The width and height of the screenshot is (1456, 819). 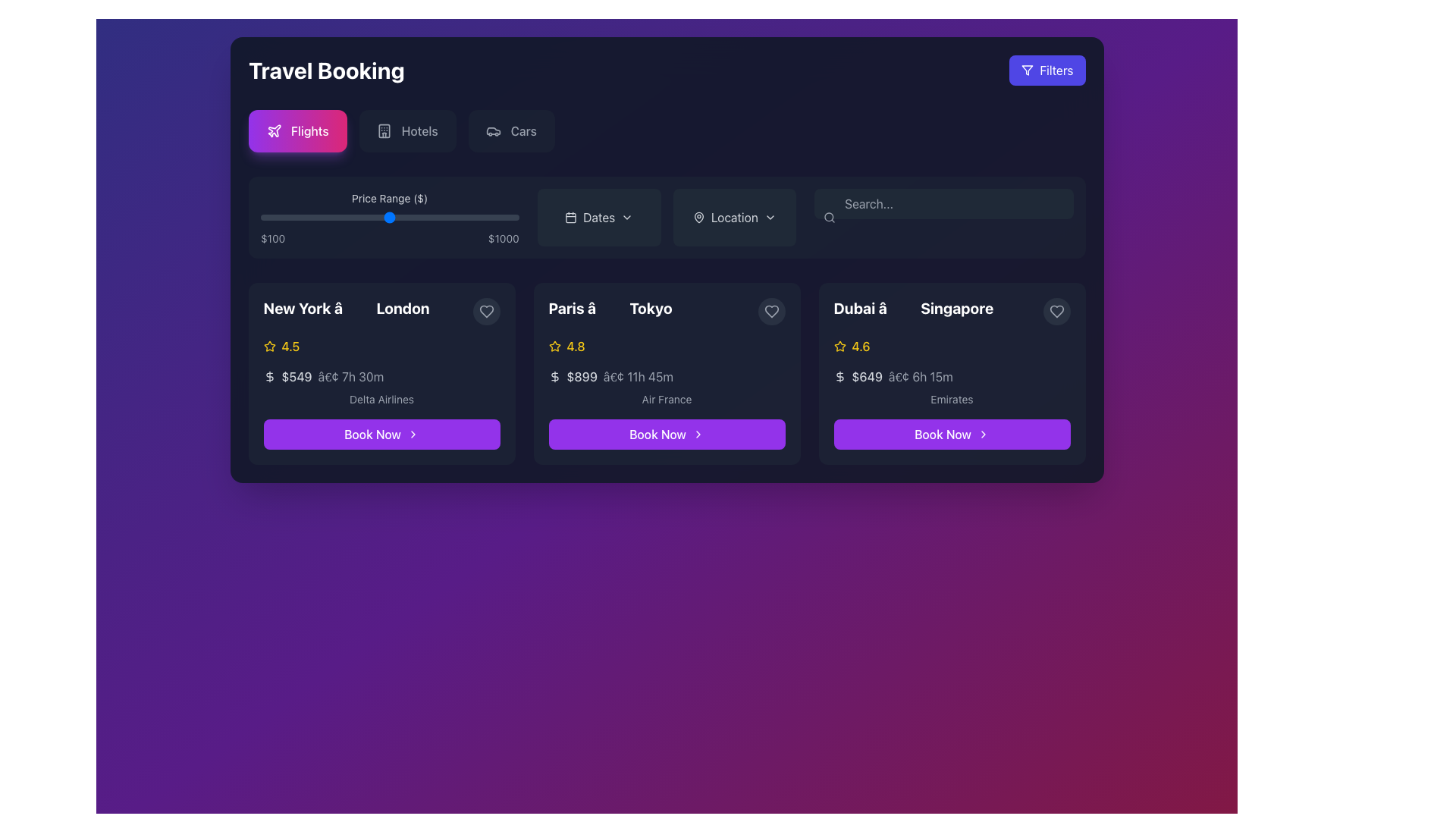 What do you see at coordinates (269, 346) in the screenshot?
I see `the star-shaped yellow icon representing ratings, located to the left of the '4.5' rating for the New York to London trip offering` at bounding box center [269, 346].